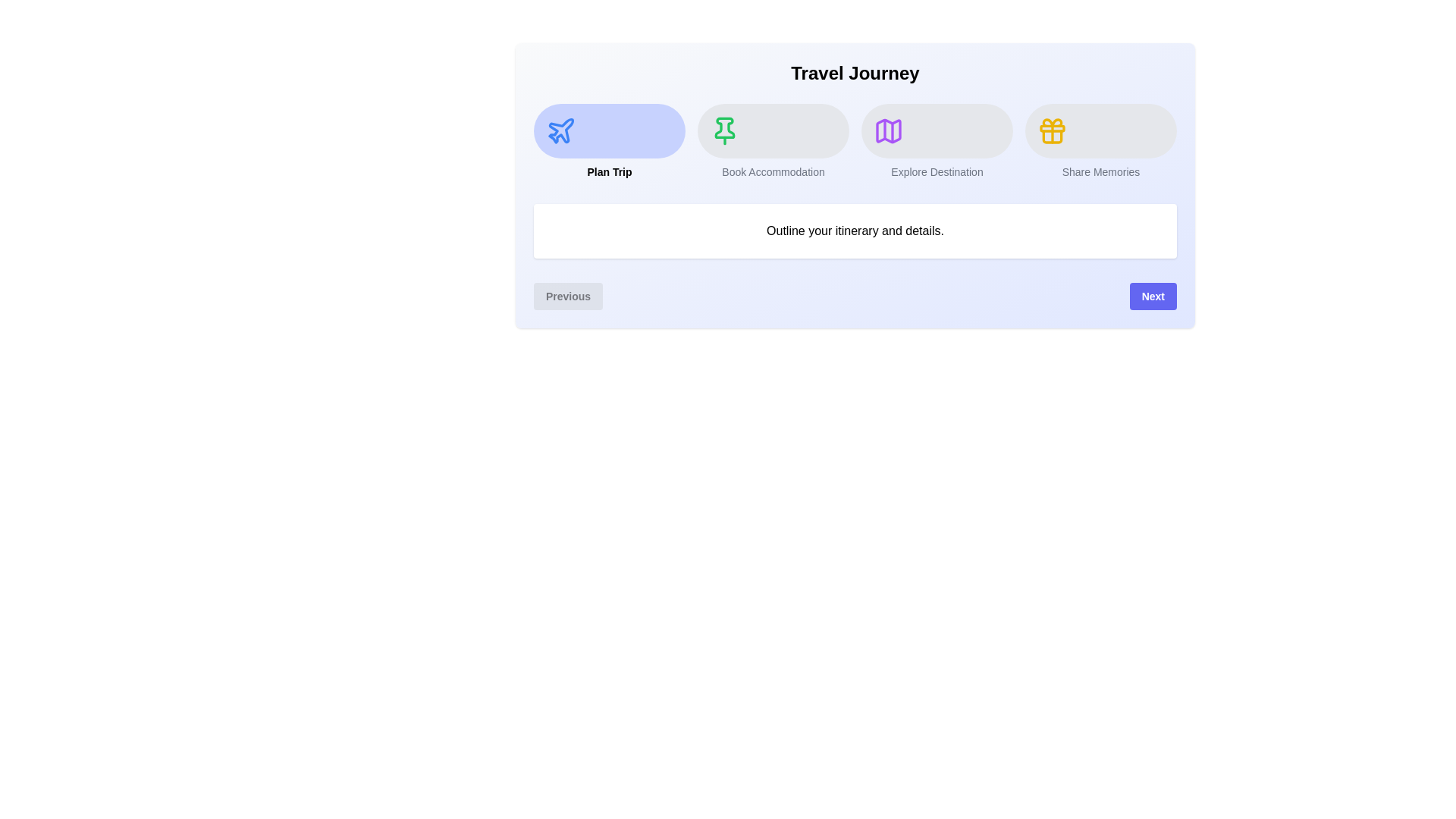 The image size is (1456, 819). What do you see at coordinates (1153, 296) in the screenshot?
I see `the 'Next' button to navigate to the next step` at bounding box center [1153, 296].